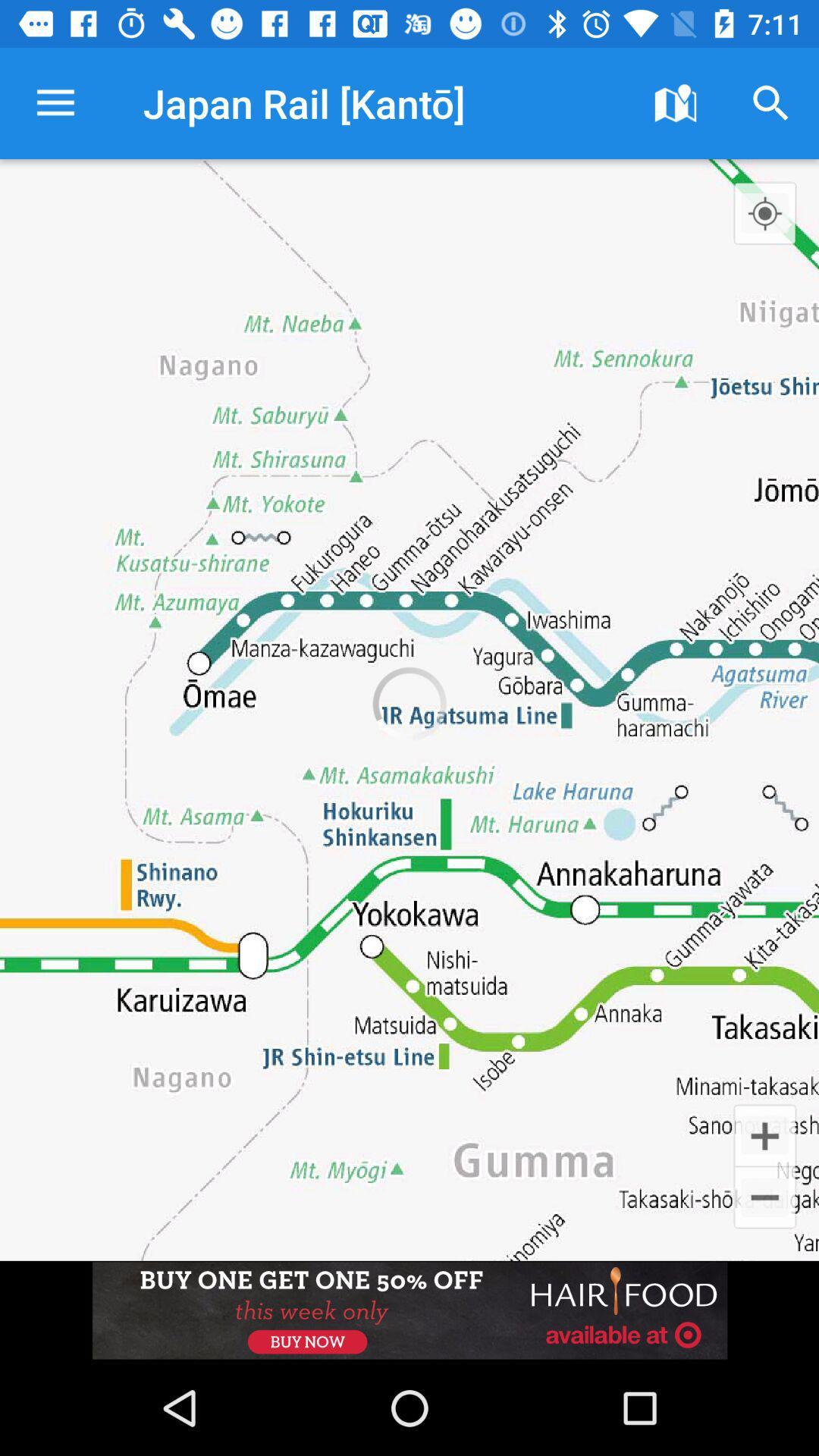 This screenshot has width=819, height=1456. What do you see at coordinates (764, 212) in the screenshot?
I see `the location_crosshair icon` at bounding box center [764, 212].